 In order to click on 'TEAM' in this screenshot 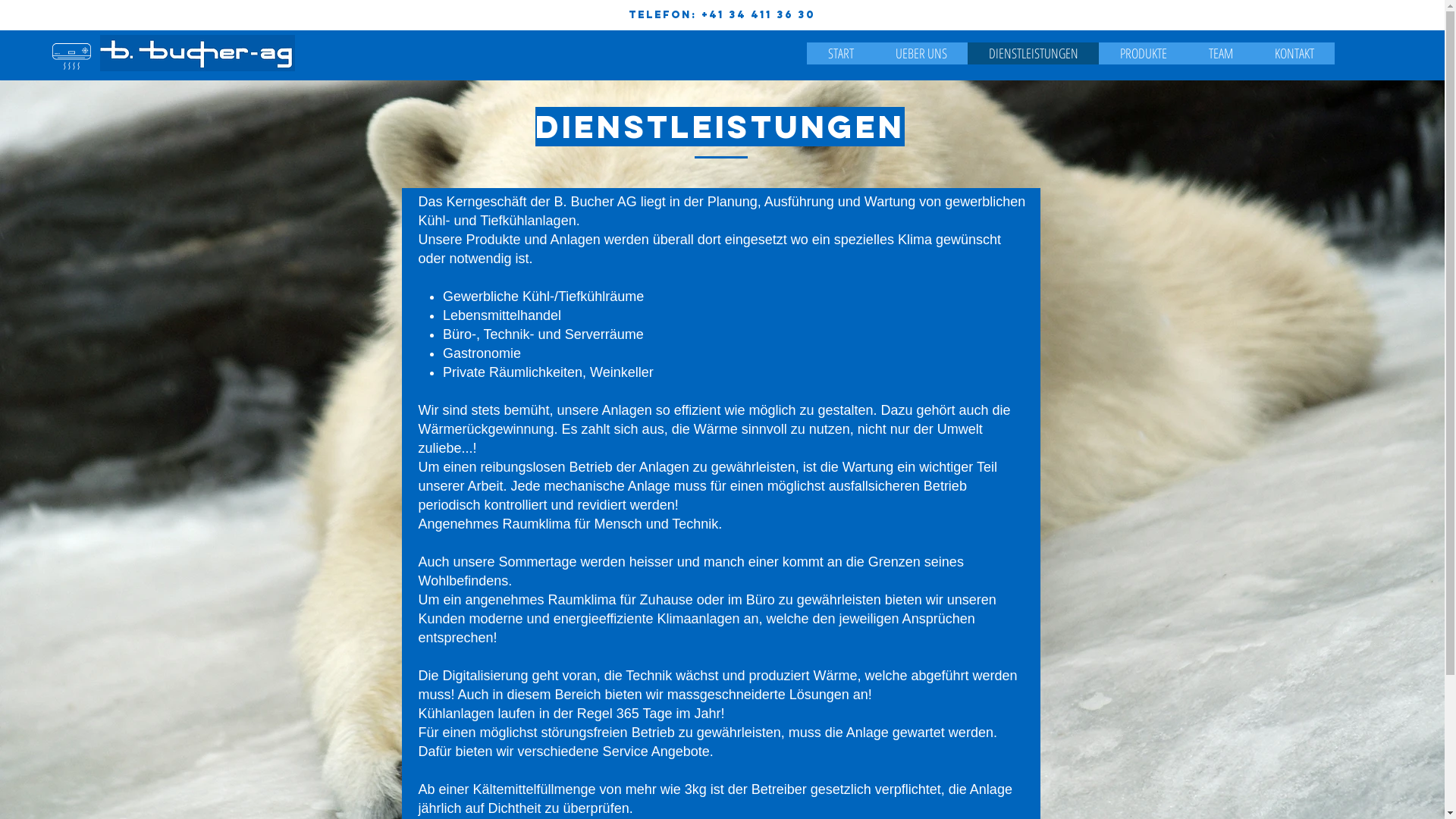, I will do `click(1186, 52)`.